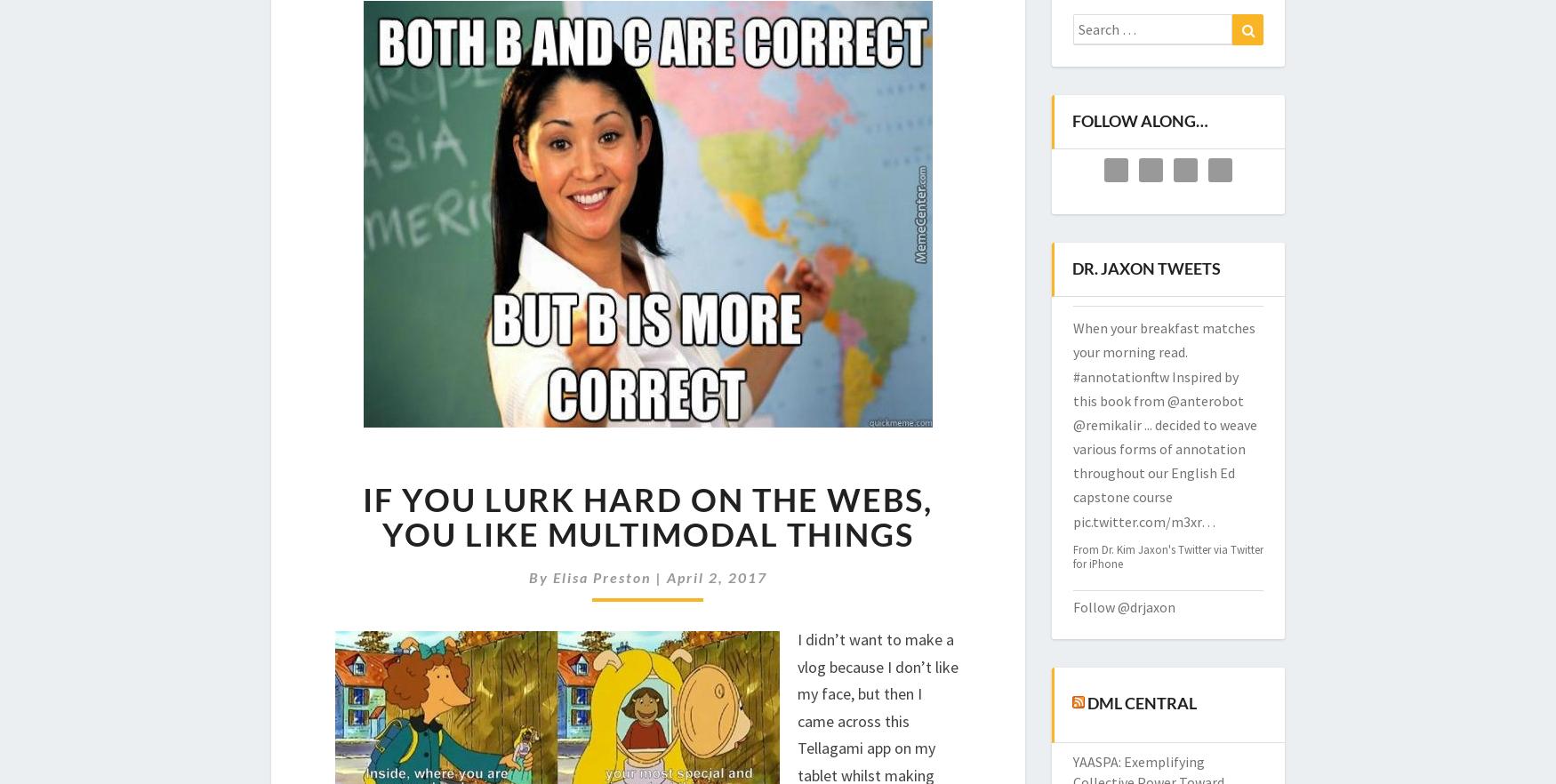 This screenshot has width=1556, height=784. I want to click on 'If You Lurk Hard on The Webs, You Like Multimodal Things', so click(647, 516).